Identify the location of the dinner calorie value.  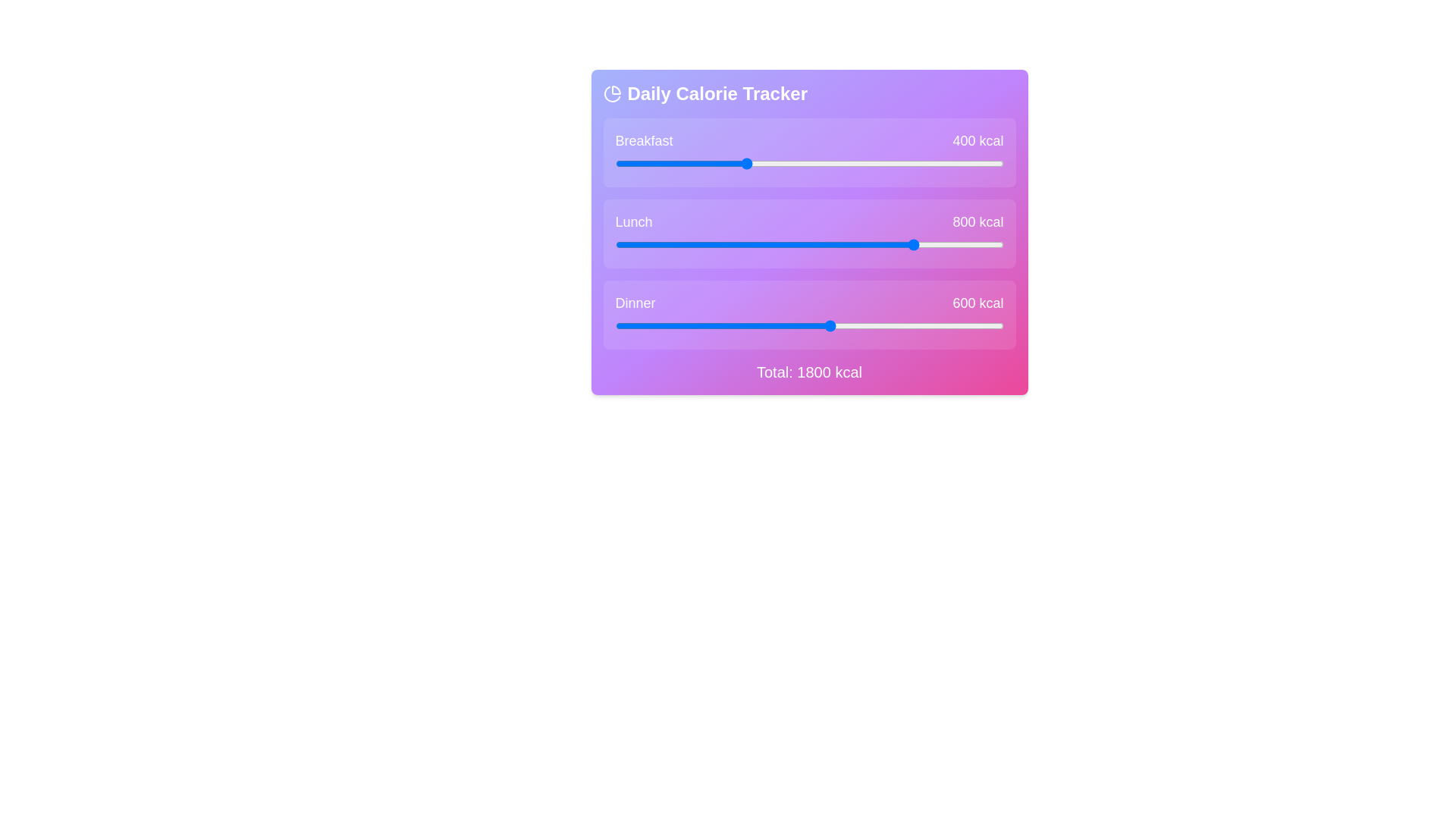
(996, 325).